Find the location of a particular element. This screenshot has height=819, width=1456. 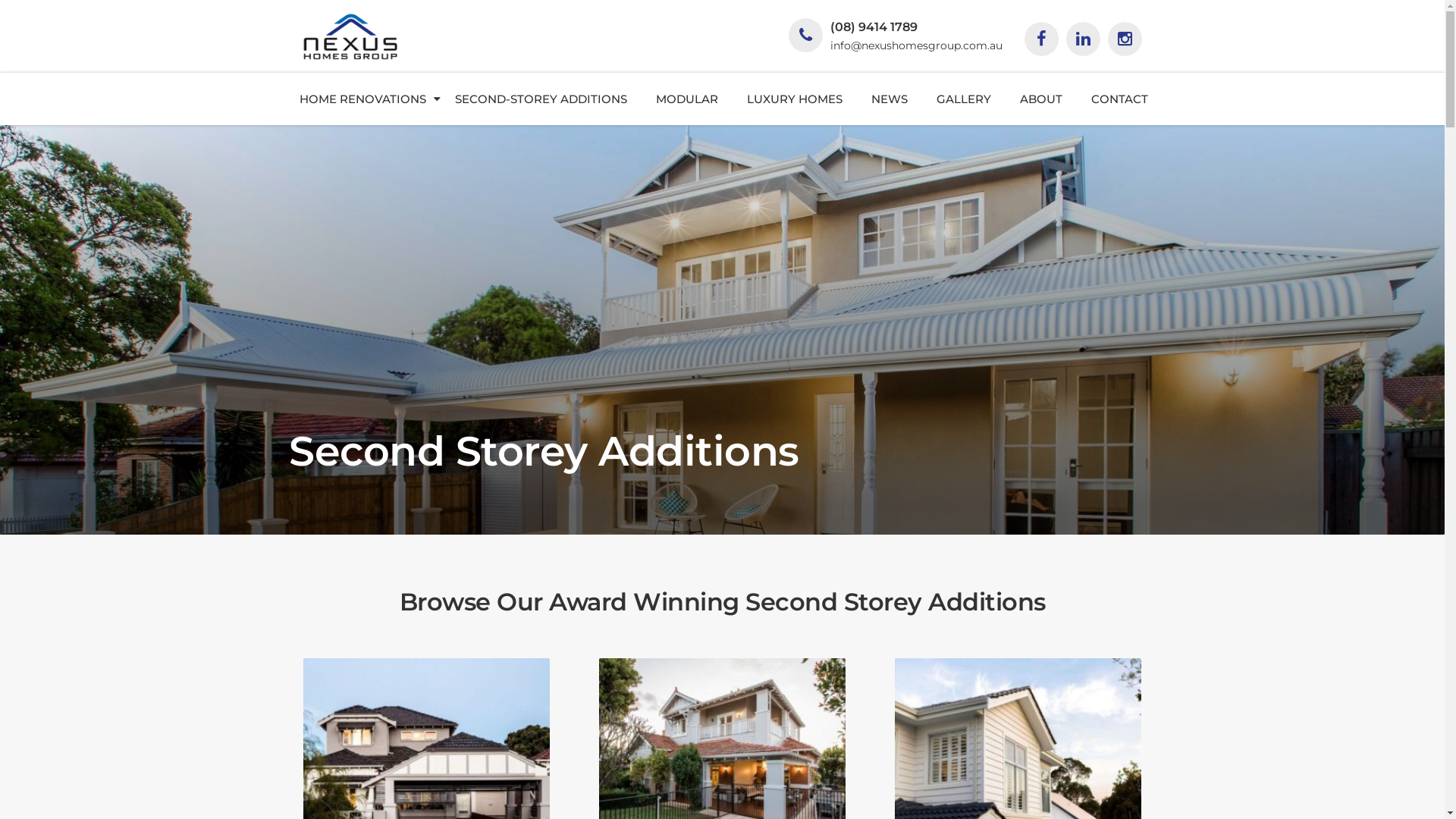

'SECOND-STOREY ADDITIONS' is located at coordinates (439, 99).